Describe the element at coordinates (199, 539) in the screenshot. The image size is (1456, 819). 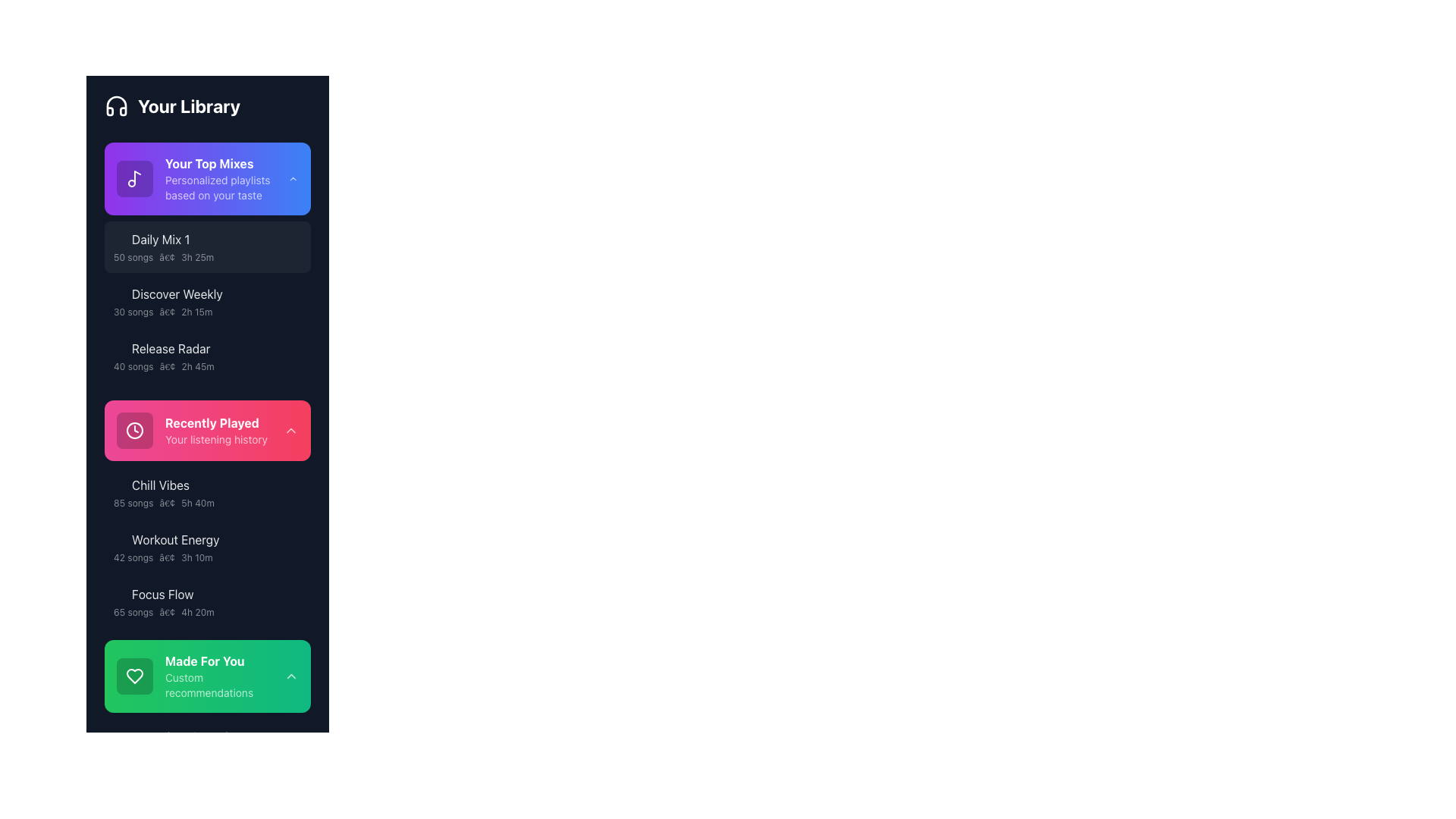
I see `the 'Workout Energy' text label` at that location.